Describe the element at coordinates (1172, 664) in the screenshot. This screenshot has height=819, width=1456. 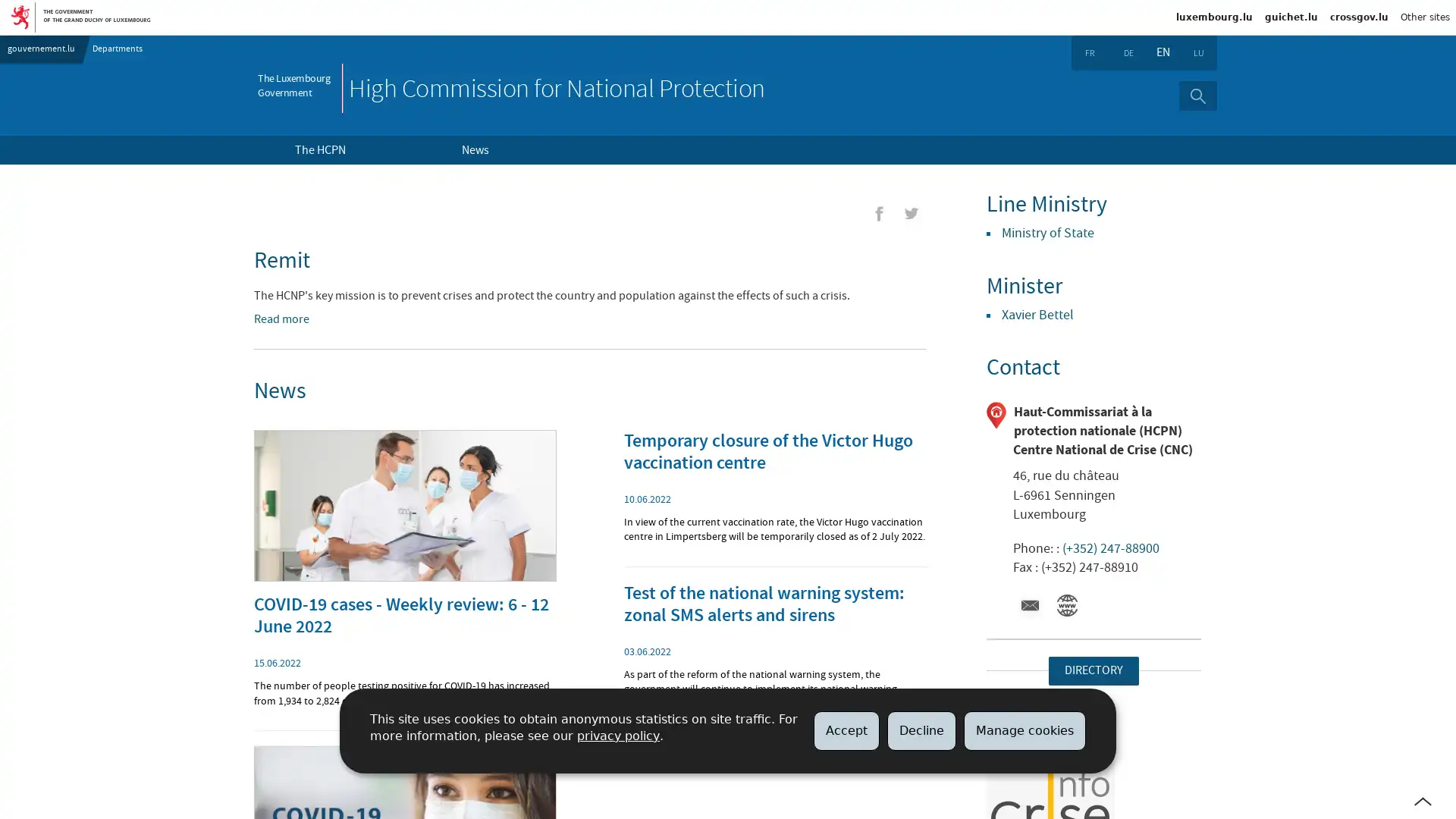
I see `imgFullScreen` at that location.